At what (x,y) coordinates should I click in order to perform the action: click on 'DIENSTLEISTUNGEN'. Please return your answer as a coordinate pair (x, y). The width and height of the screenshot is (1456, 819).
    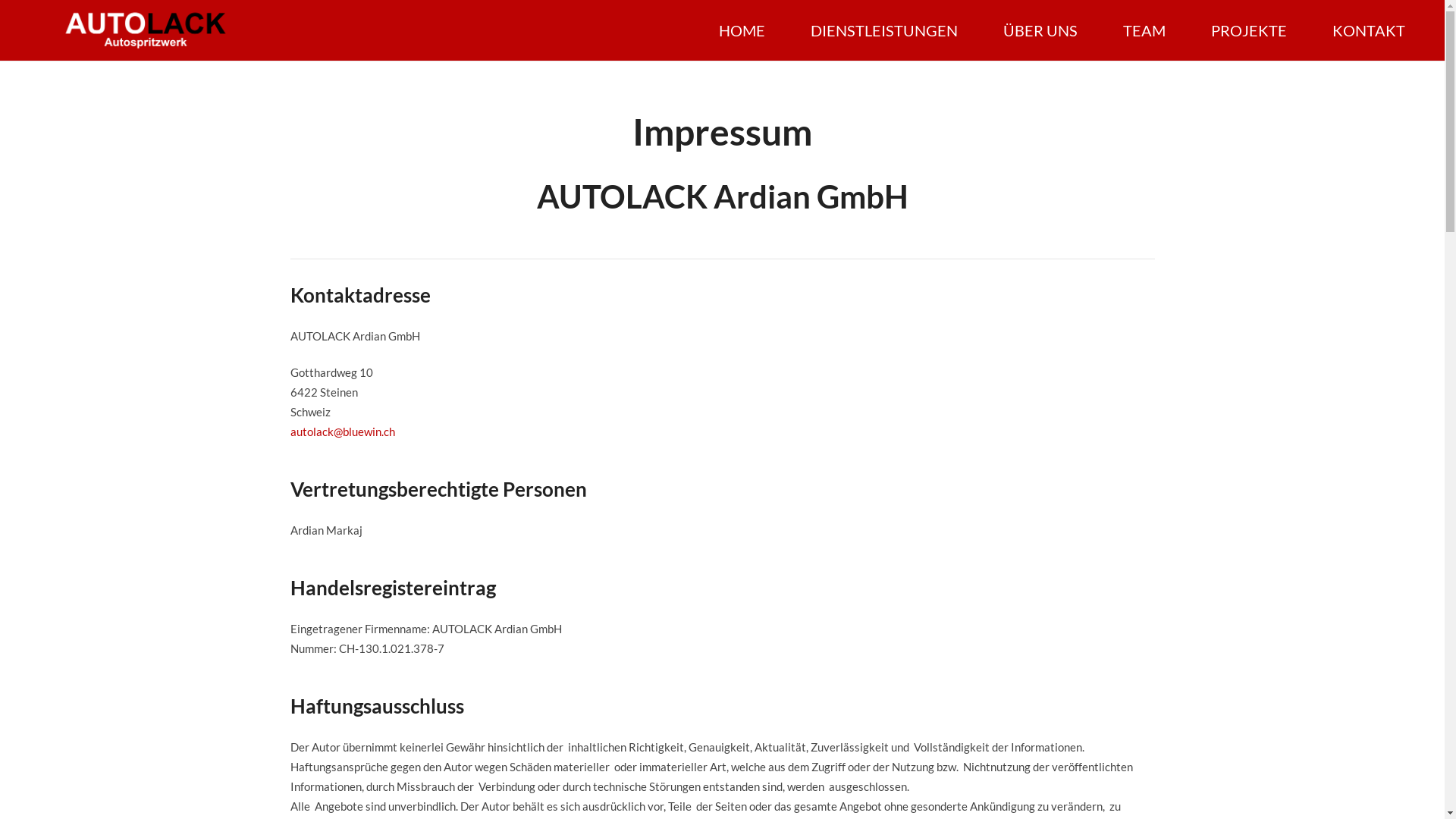
    Looking at the image, I should click on (884, 30).